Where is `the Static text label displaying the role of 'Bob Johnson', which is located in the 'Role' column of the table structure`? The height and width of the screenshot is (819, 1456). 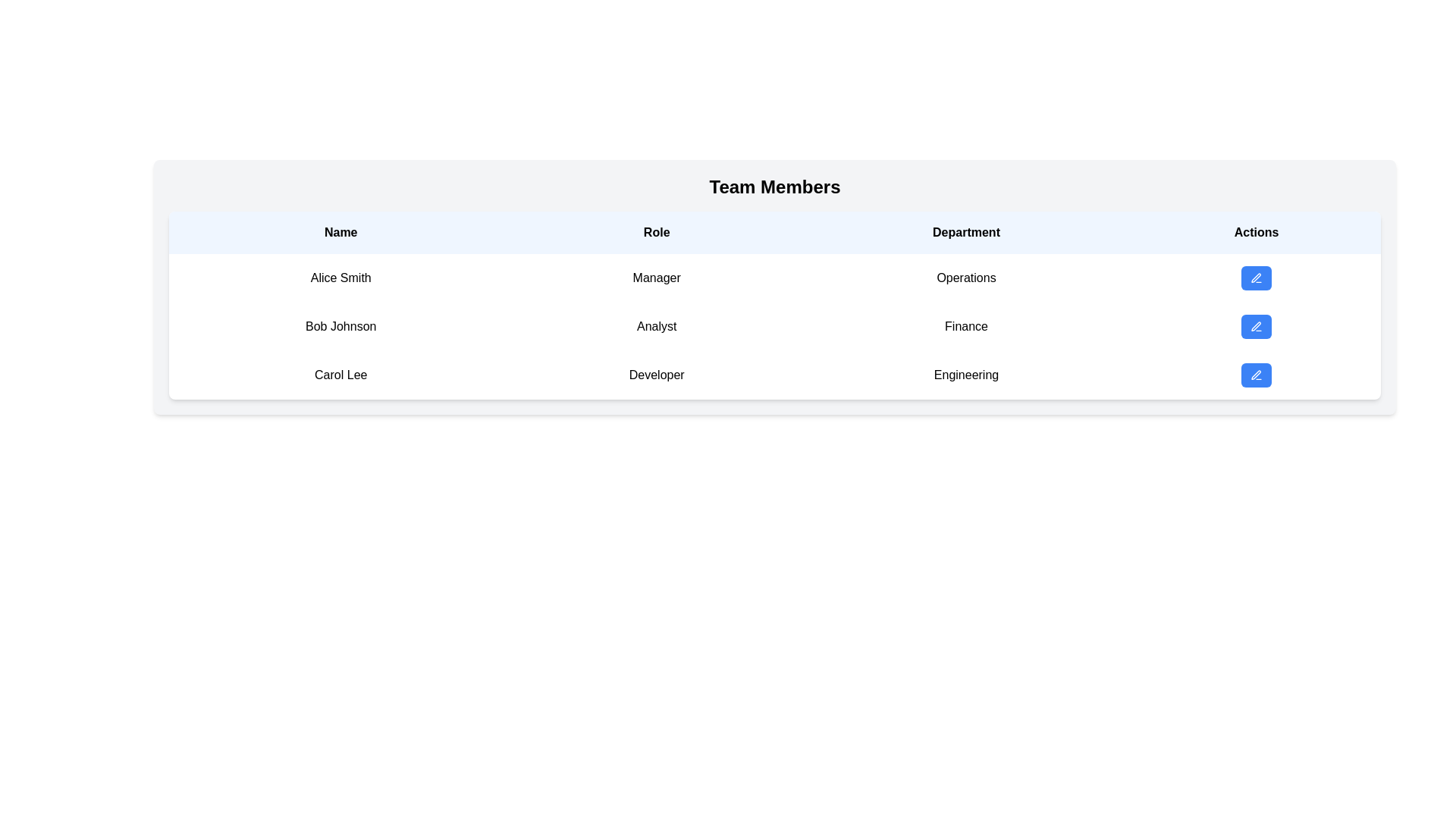 the Static text label displaying the role of 'Bob Johnson', which is located in the 'Role' column of the table structure is located at coordinates (657, 326).